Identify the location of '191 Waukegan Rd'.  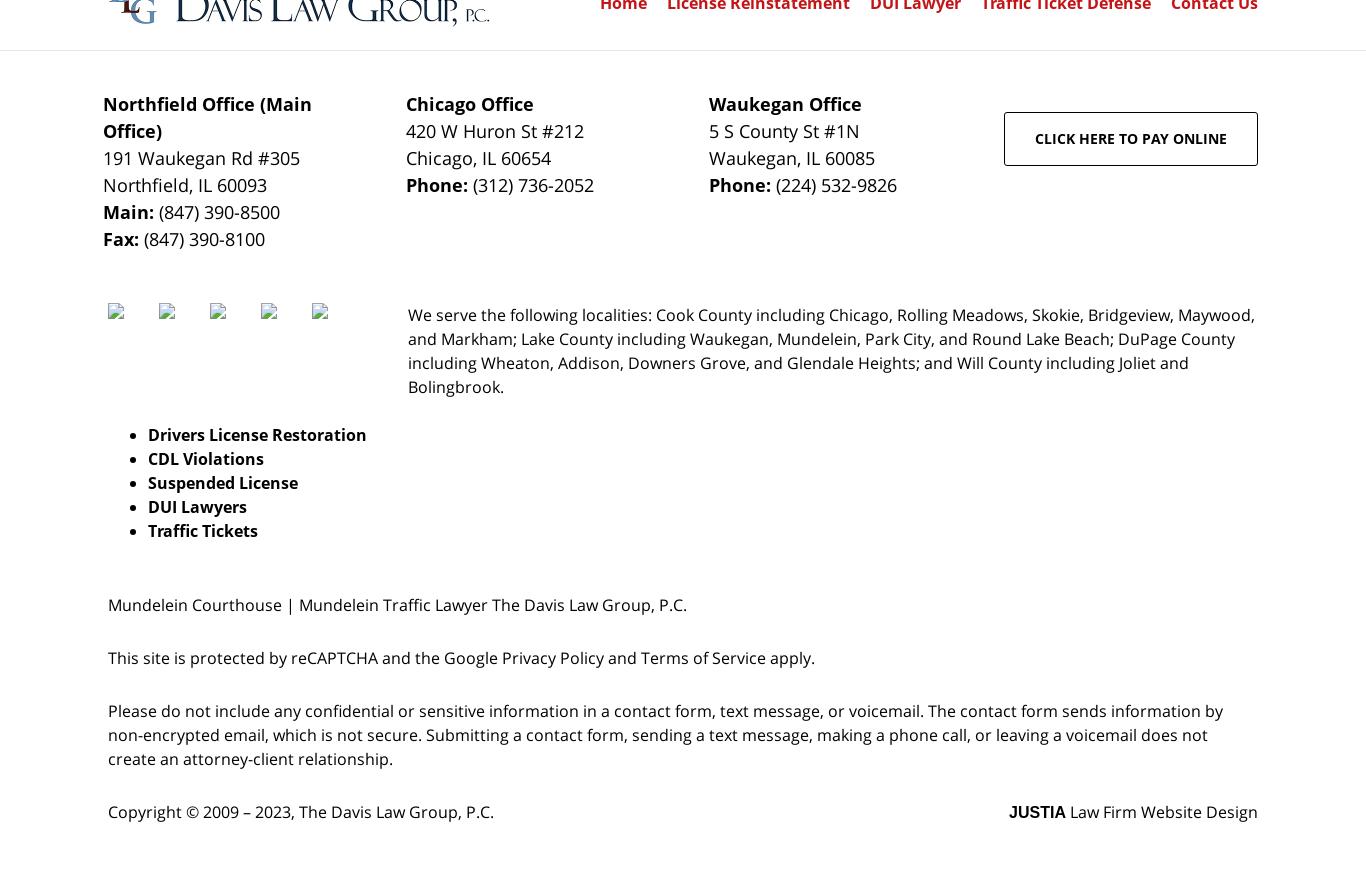
(178, 157).